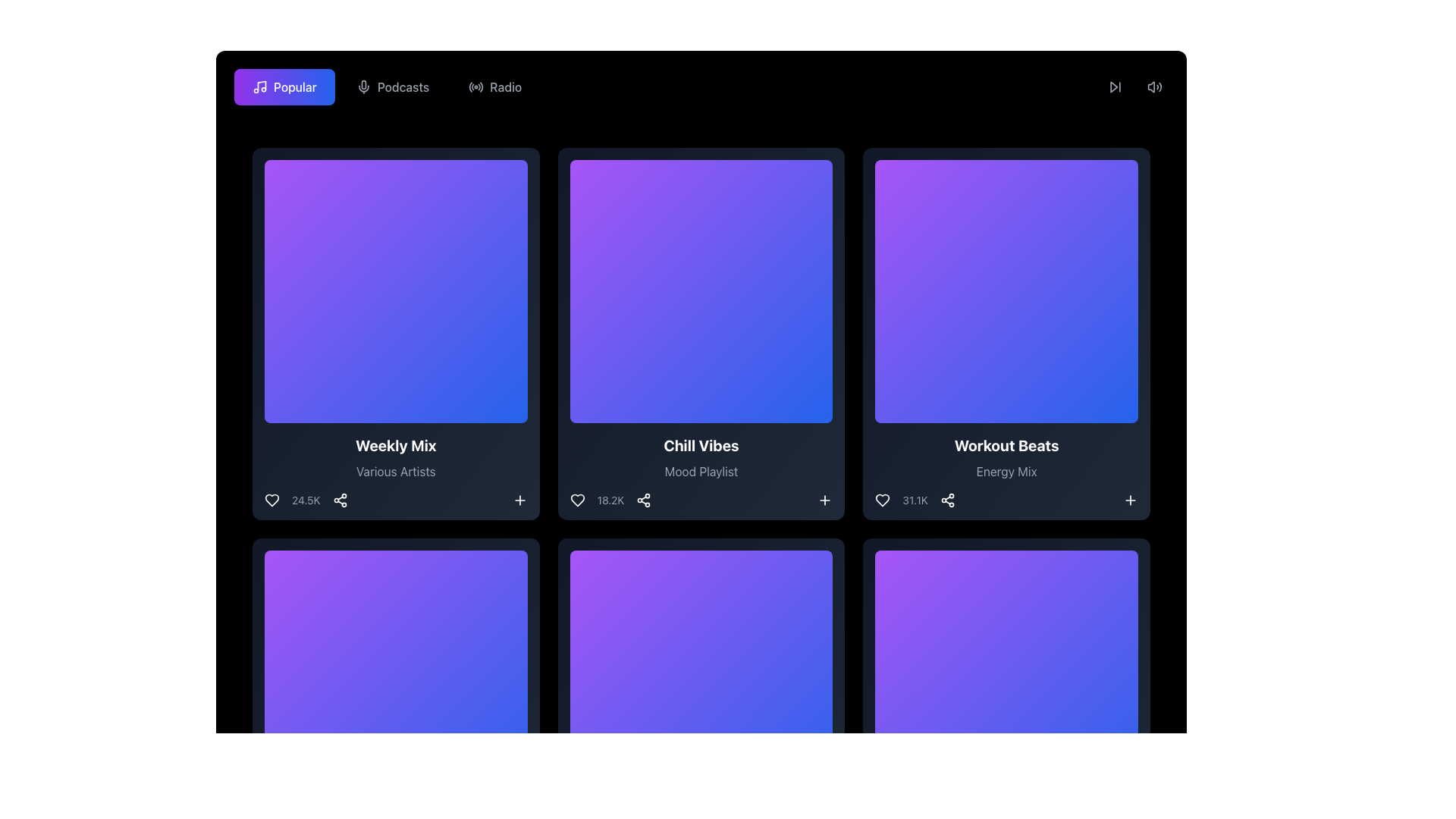  What do you see at coordinates (494, 87) in the screenshot?
I see `the navigation button located in the top navigation bar, specifically the third item that leads to the Radio section` at bounding box center [494, 87].